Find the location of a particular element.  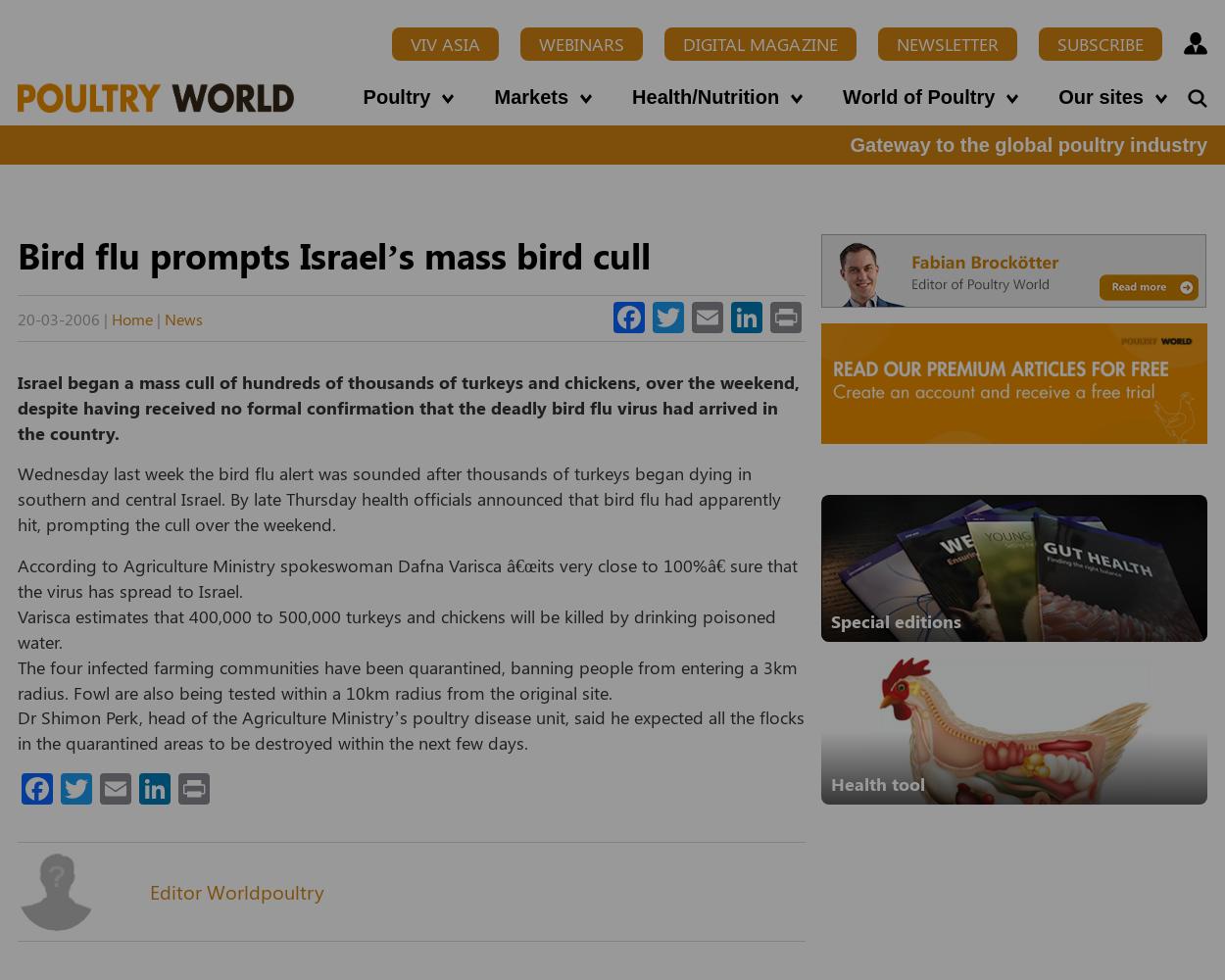

'Processing' is located at coordinates (333, 108).